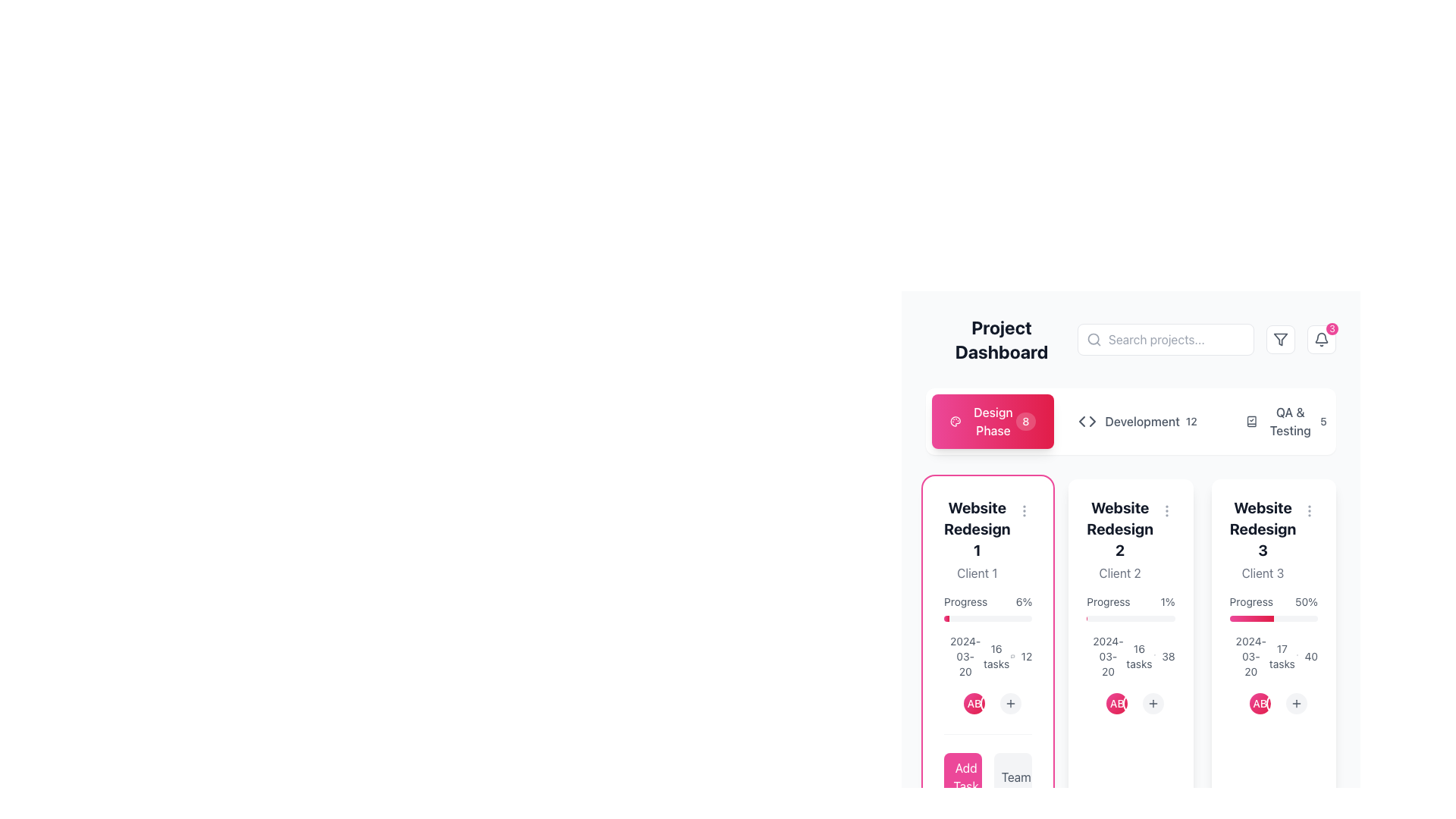  What do you see at coordinates (954, 656) in the screenshot?
I see `the date text label '2024-03-20' which is styled with a gray font and located next to the calendar icon within the card titled 'Website Redesign 1'` at bounding box center [954, 656].